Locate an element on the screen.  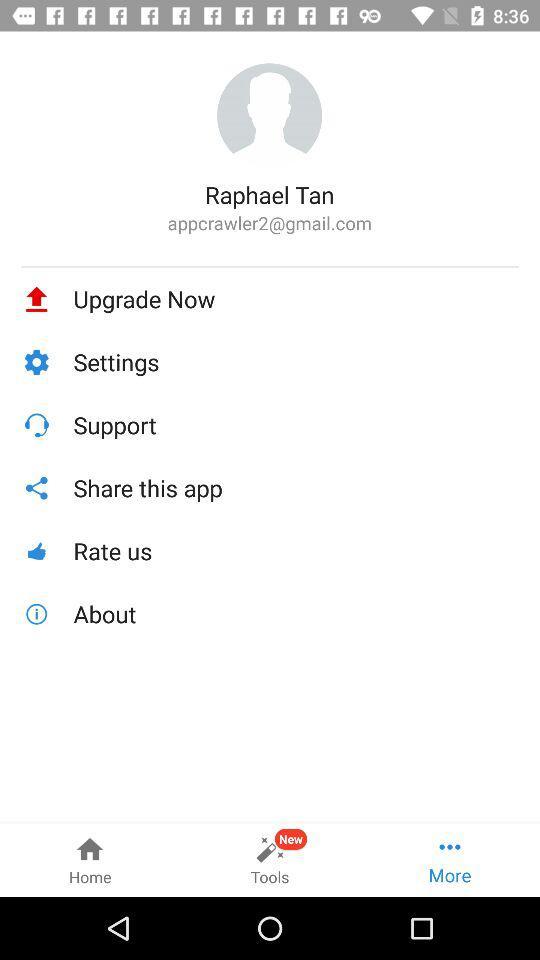
the support icon is located at coordinates (295, 425).